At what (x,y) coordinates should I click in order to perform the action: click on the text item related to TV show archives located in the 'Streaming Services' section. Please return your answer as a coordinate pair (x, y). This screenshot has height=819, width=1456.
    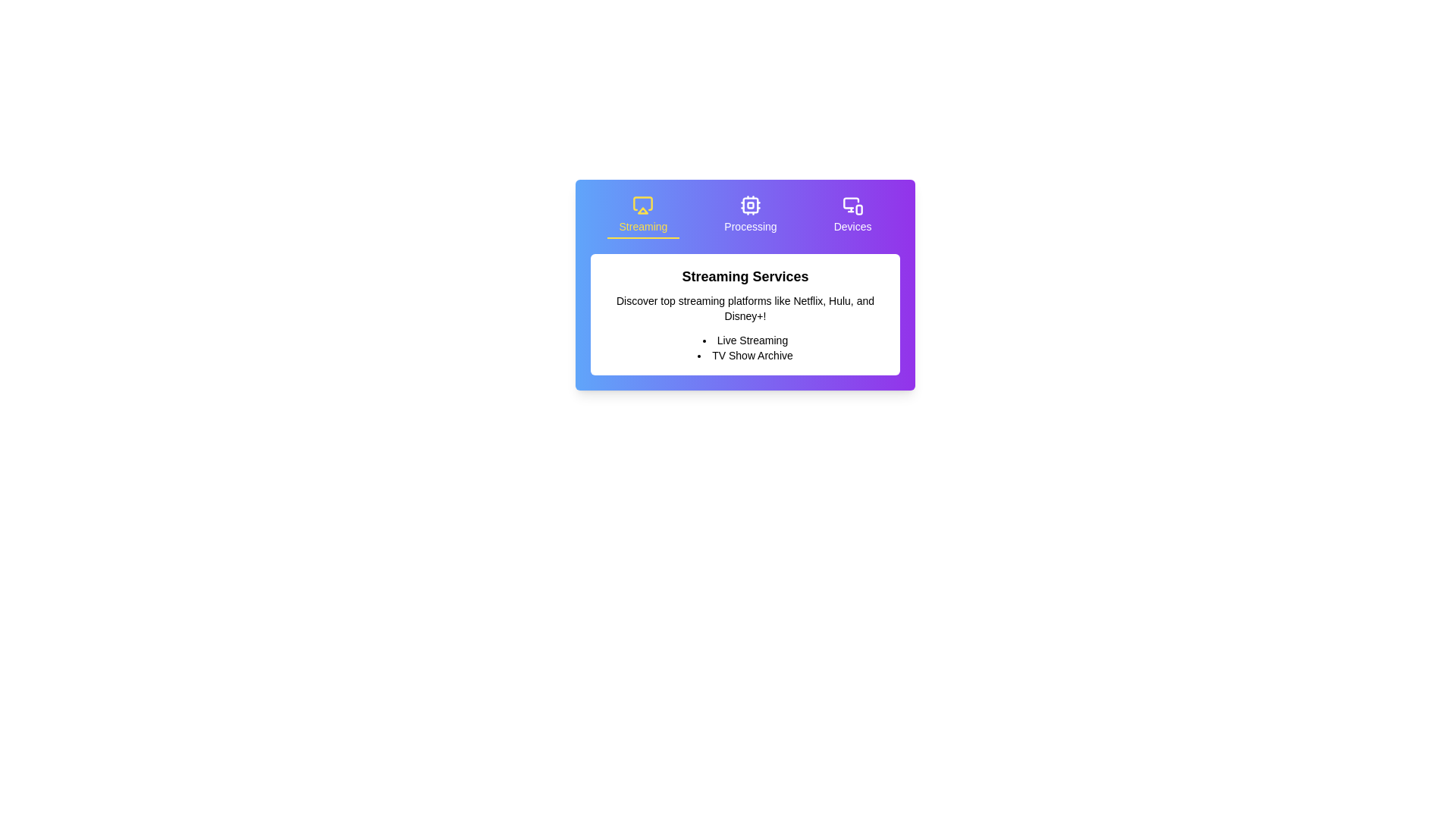
    Looking at the image, I should click on (745, 356).